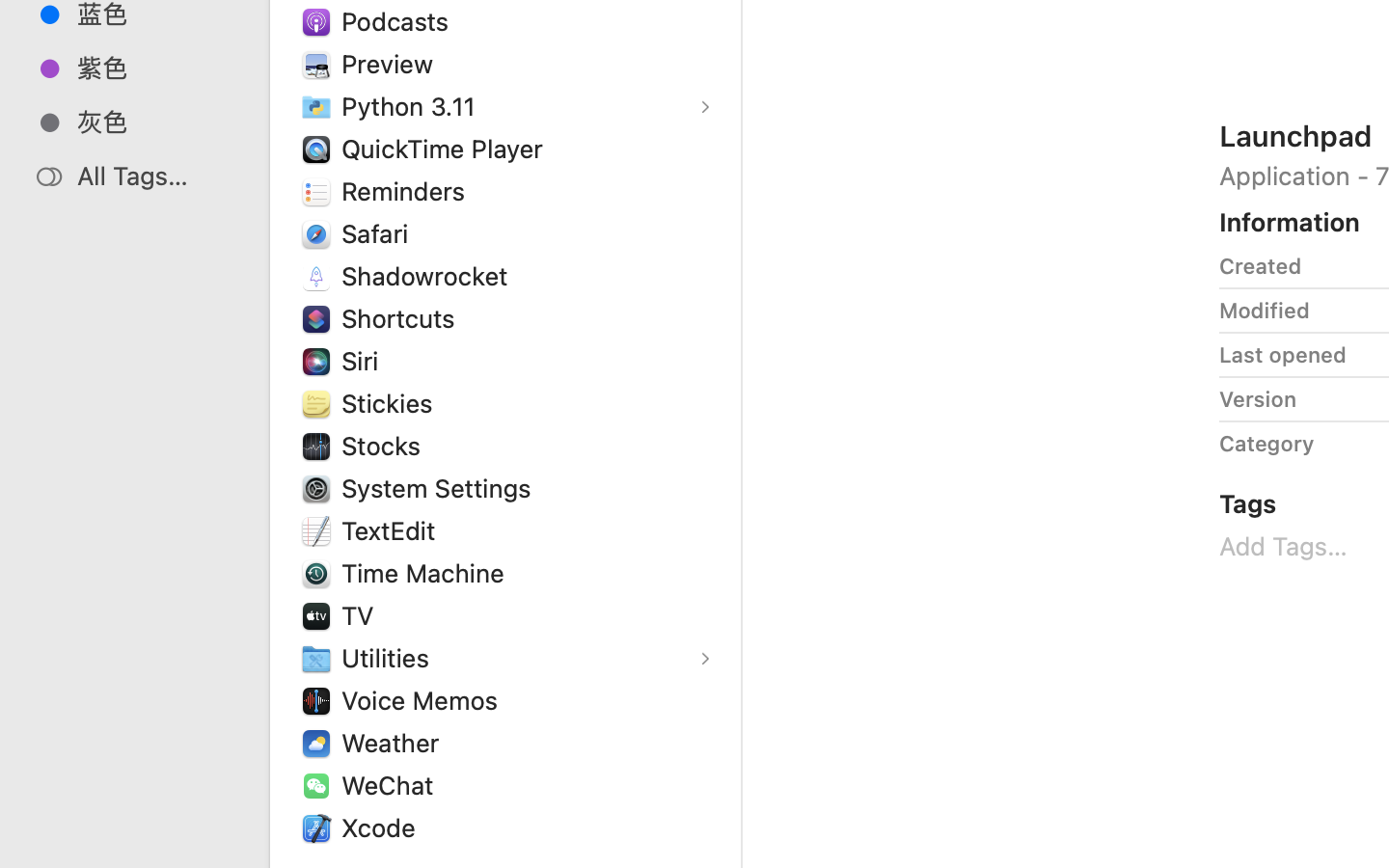 Image resolution: width=1389 pixels, height=868 pixels. I want to click on 'TV', so click(360, 615).